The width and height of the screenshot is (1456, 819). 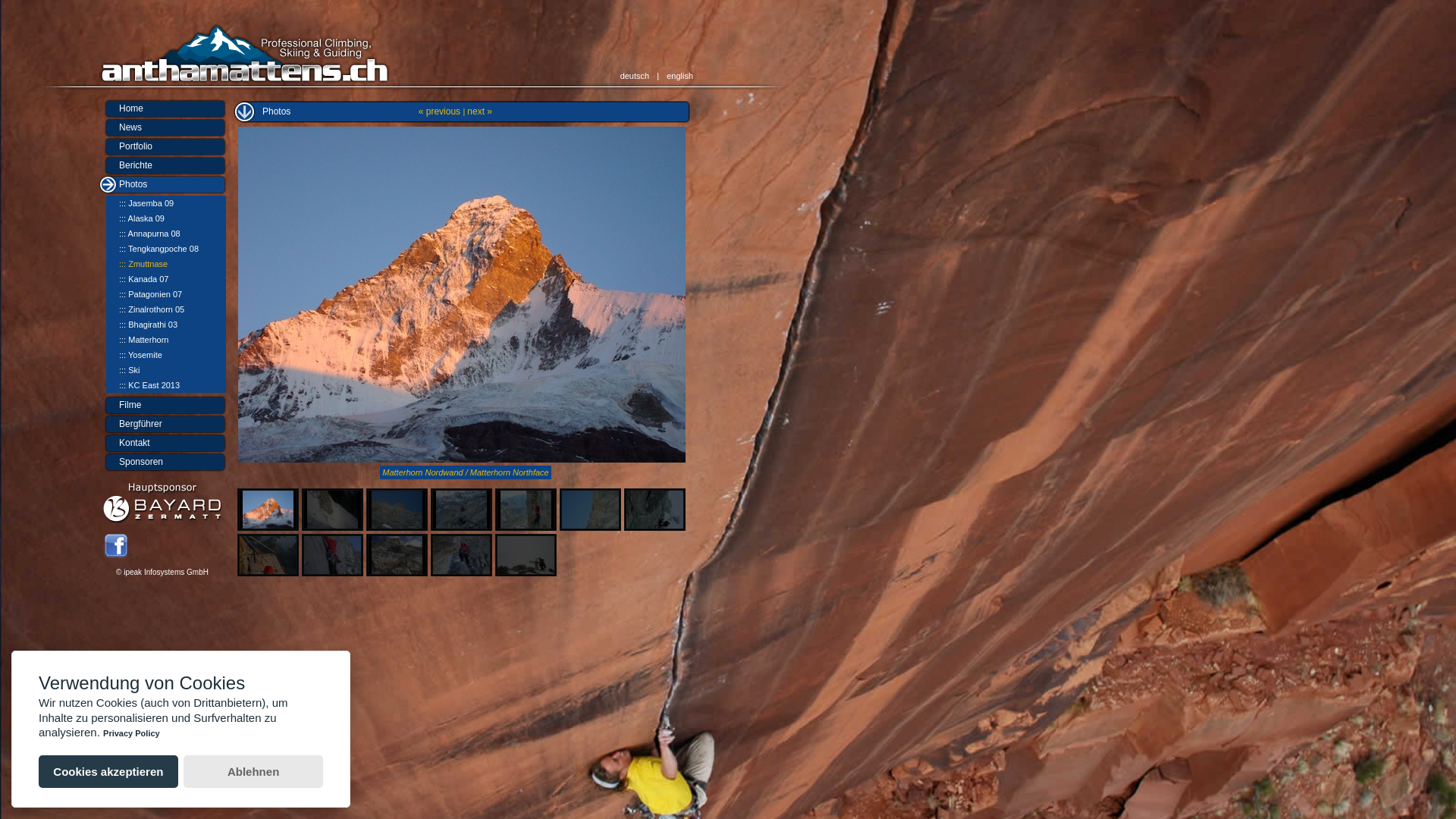 I want to click on '::: Jasemba 09', so click(x=136, y=202).